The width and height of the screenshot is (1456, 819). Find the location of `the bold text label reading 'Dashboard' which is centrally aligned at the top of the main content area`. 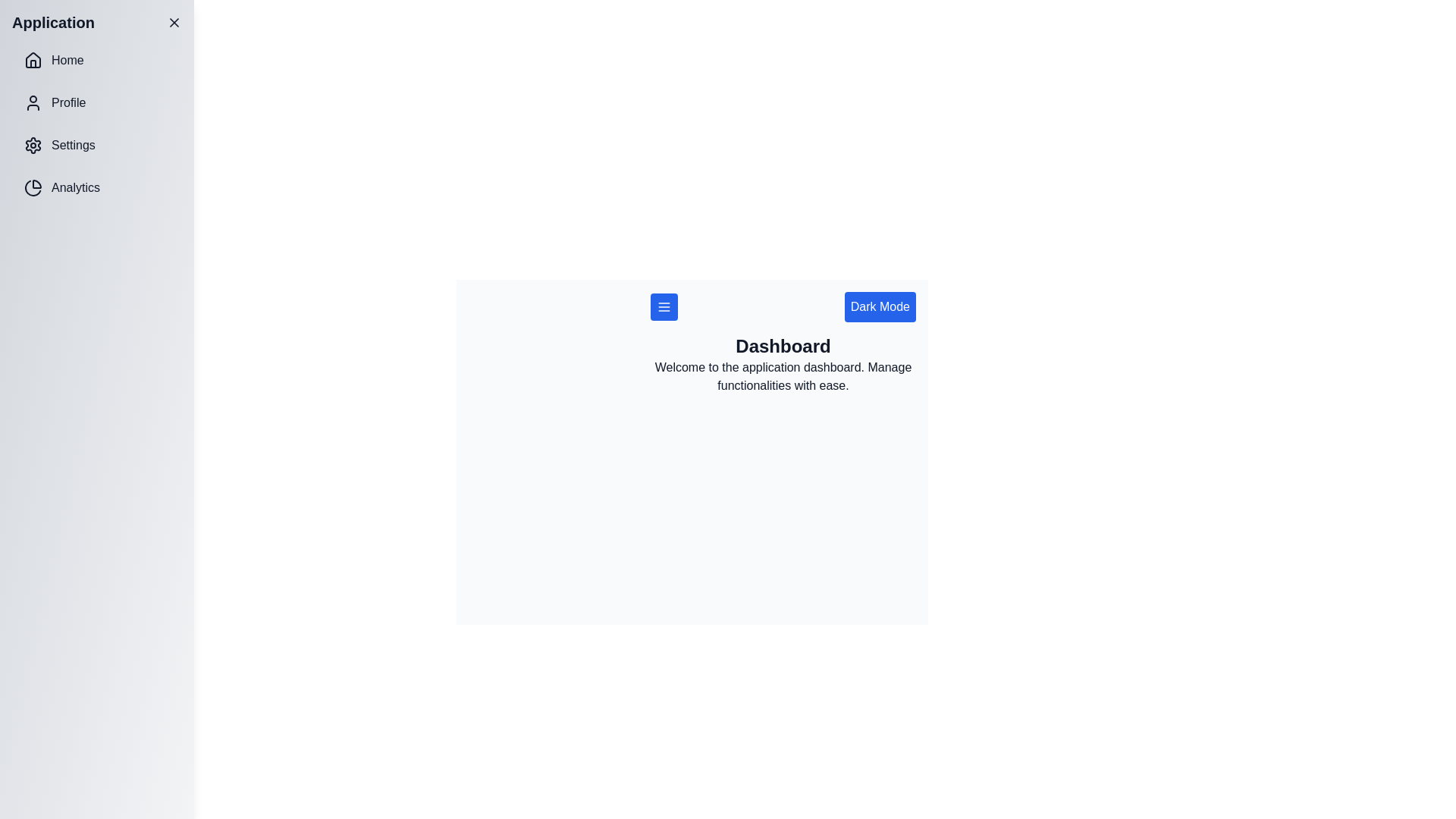

the bold text label reading 'Dashboard' which is centrally aligned at the top of the main content area is located at coordinates (783, 346).